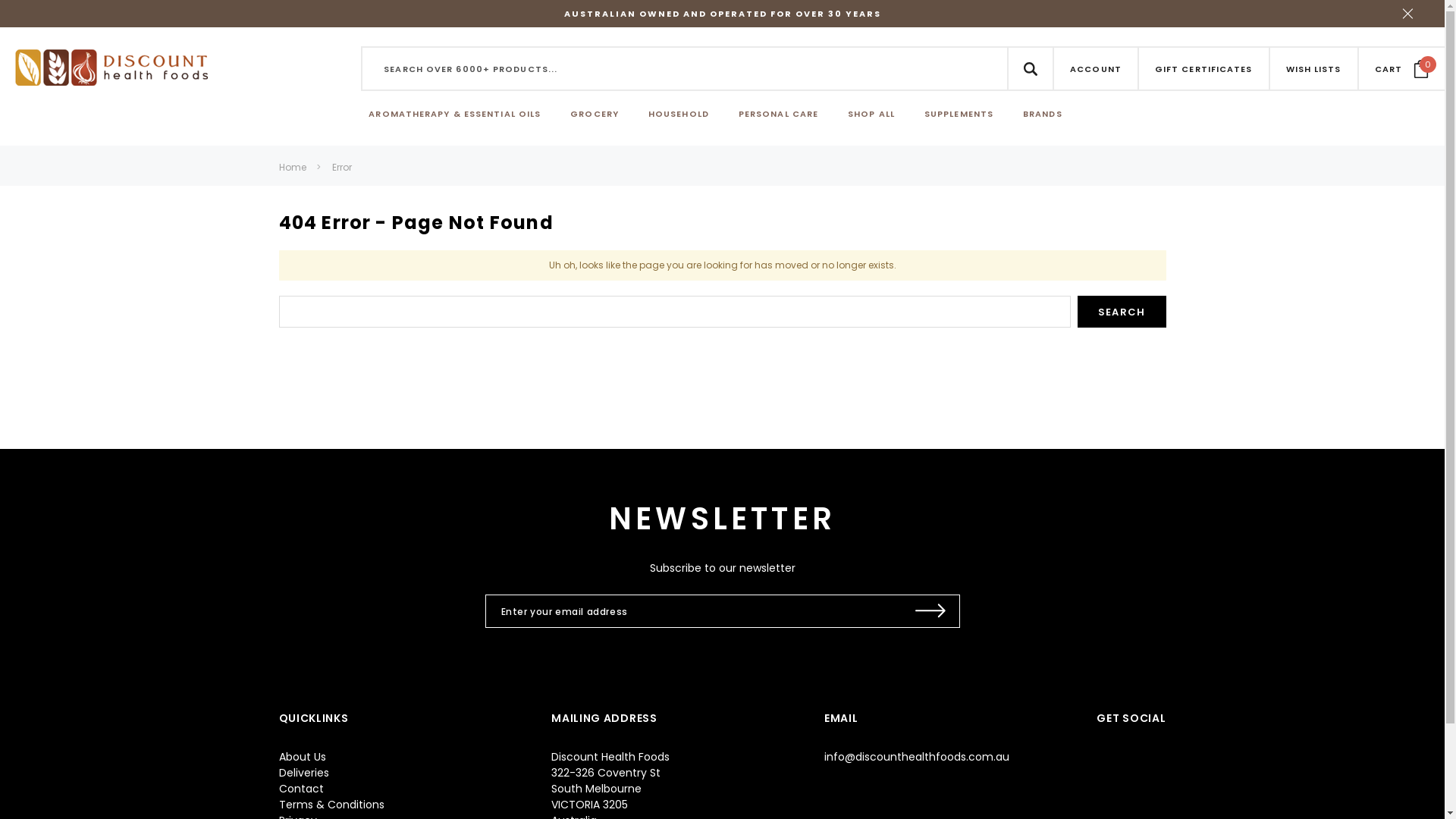  Describe the element at coordinates (916, 757) in the screenshot. I see `'info@discounthealthfoods.com.au'` at that location.